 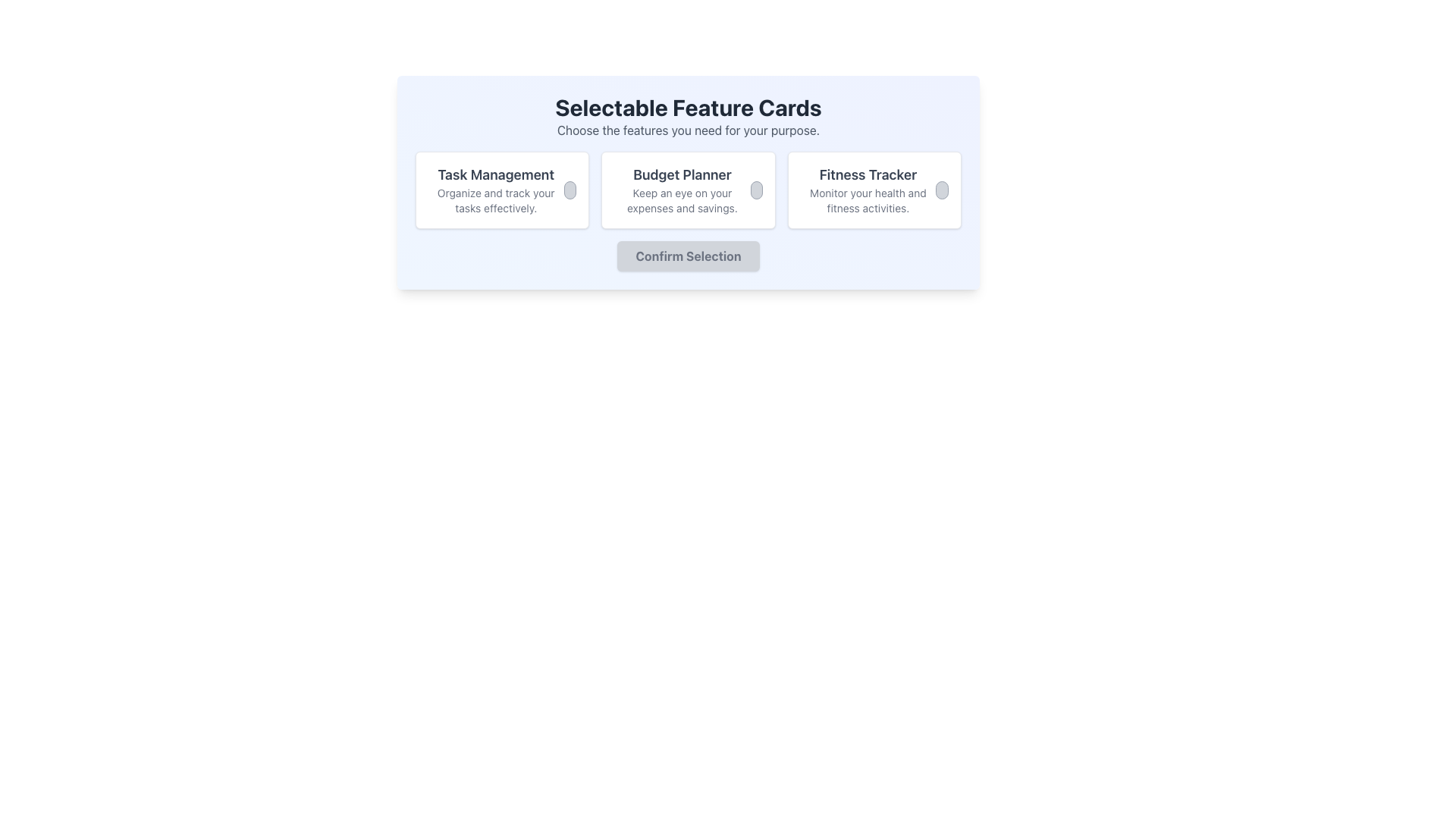 I want to click on the 'Budget Planner' feature-selectable card located in the center of the layout, so click(x=681, y=189).